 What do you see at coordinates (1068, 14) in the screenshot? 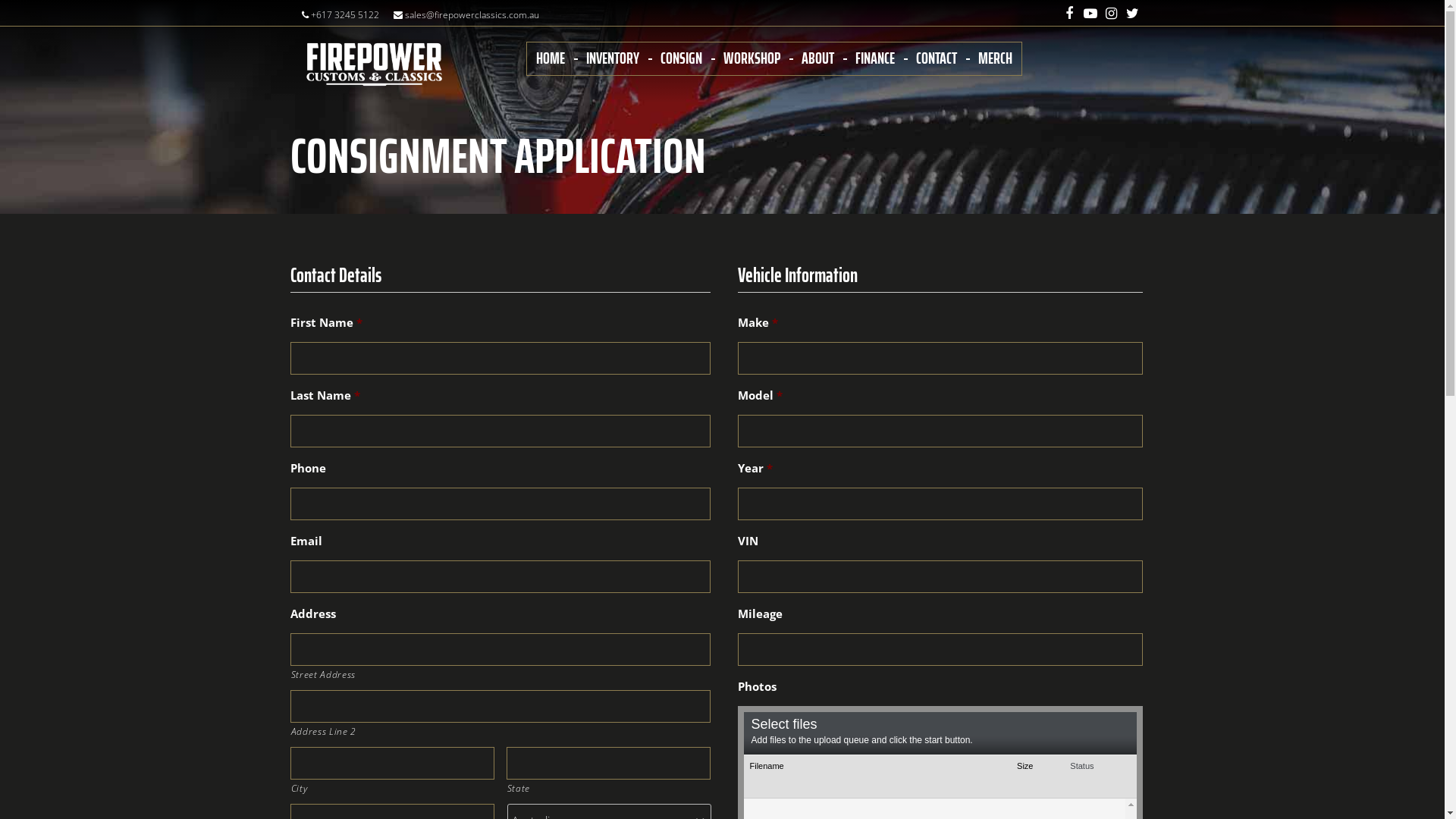
I see `'Facebook'` at bounding box center [1068, 14].